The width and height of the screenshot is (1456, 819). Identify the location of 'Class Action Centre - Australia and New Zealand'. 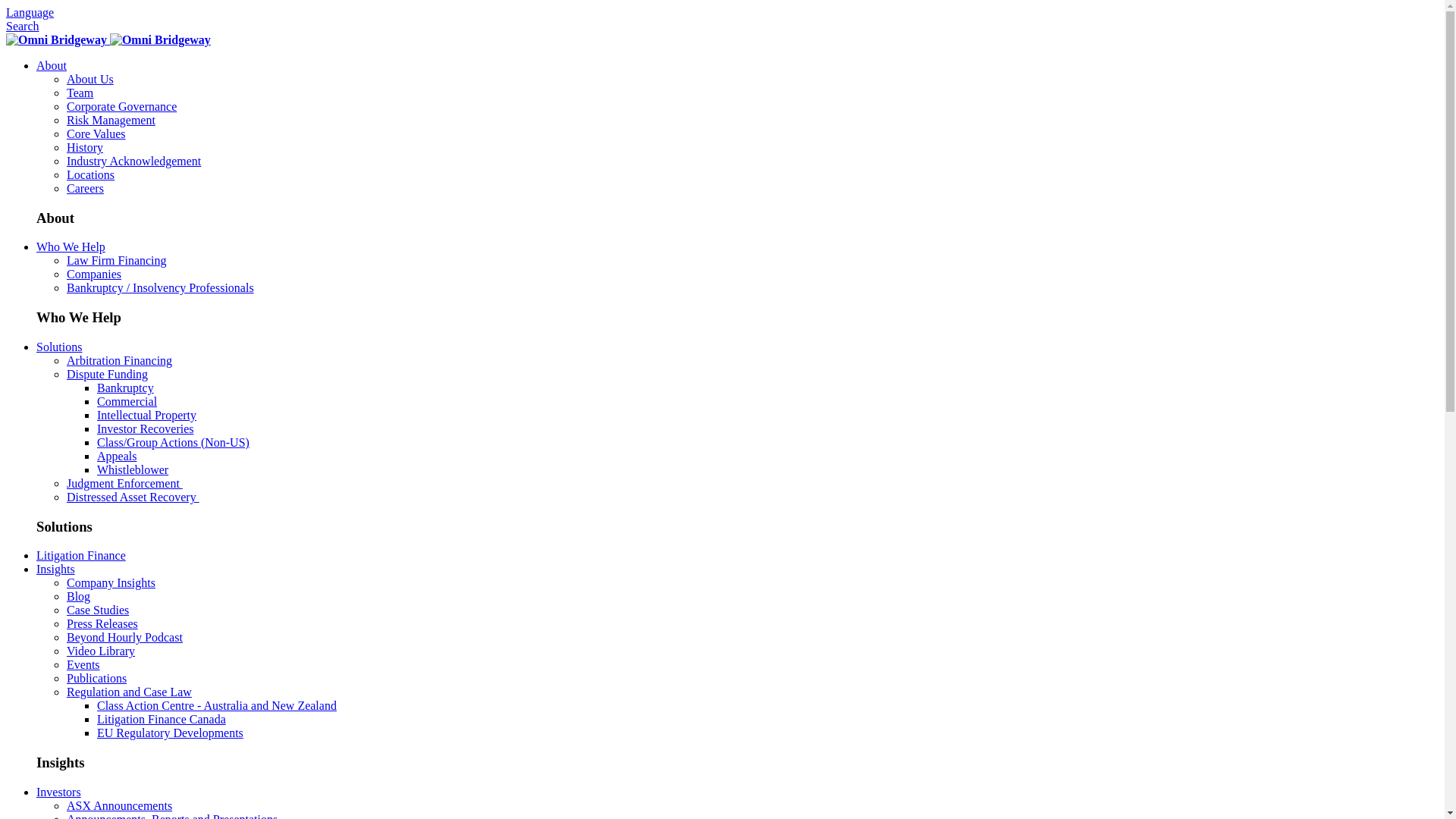
(216, 705).